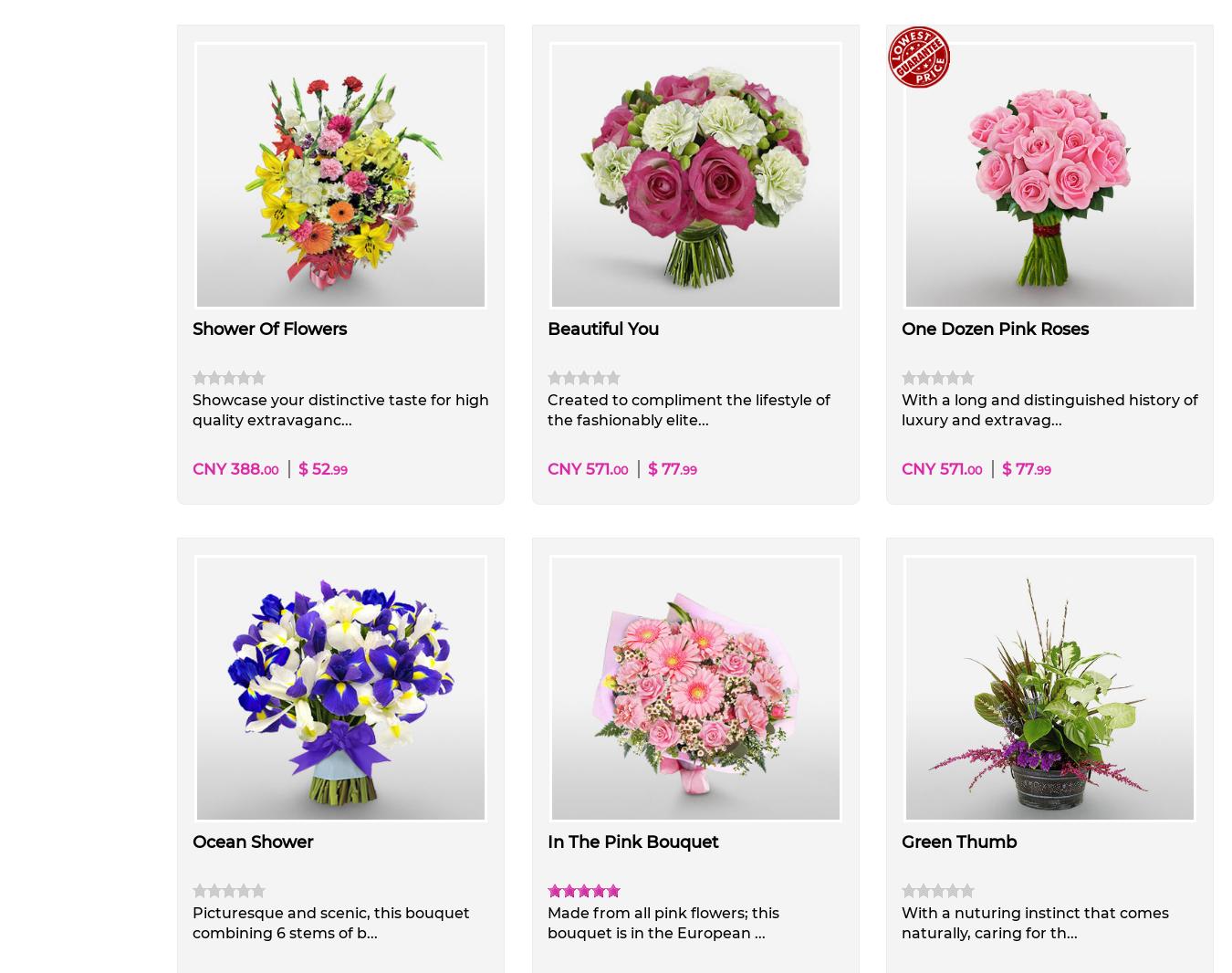 The width and height of the screenshot is (1232, 973). Describe the element at coordinates (686, 410) in the screenshot. I see `'Created to compliment the lifestyle of the fashionably elite...'` at that location.